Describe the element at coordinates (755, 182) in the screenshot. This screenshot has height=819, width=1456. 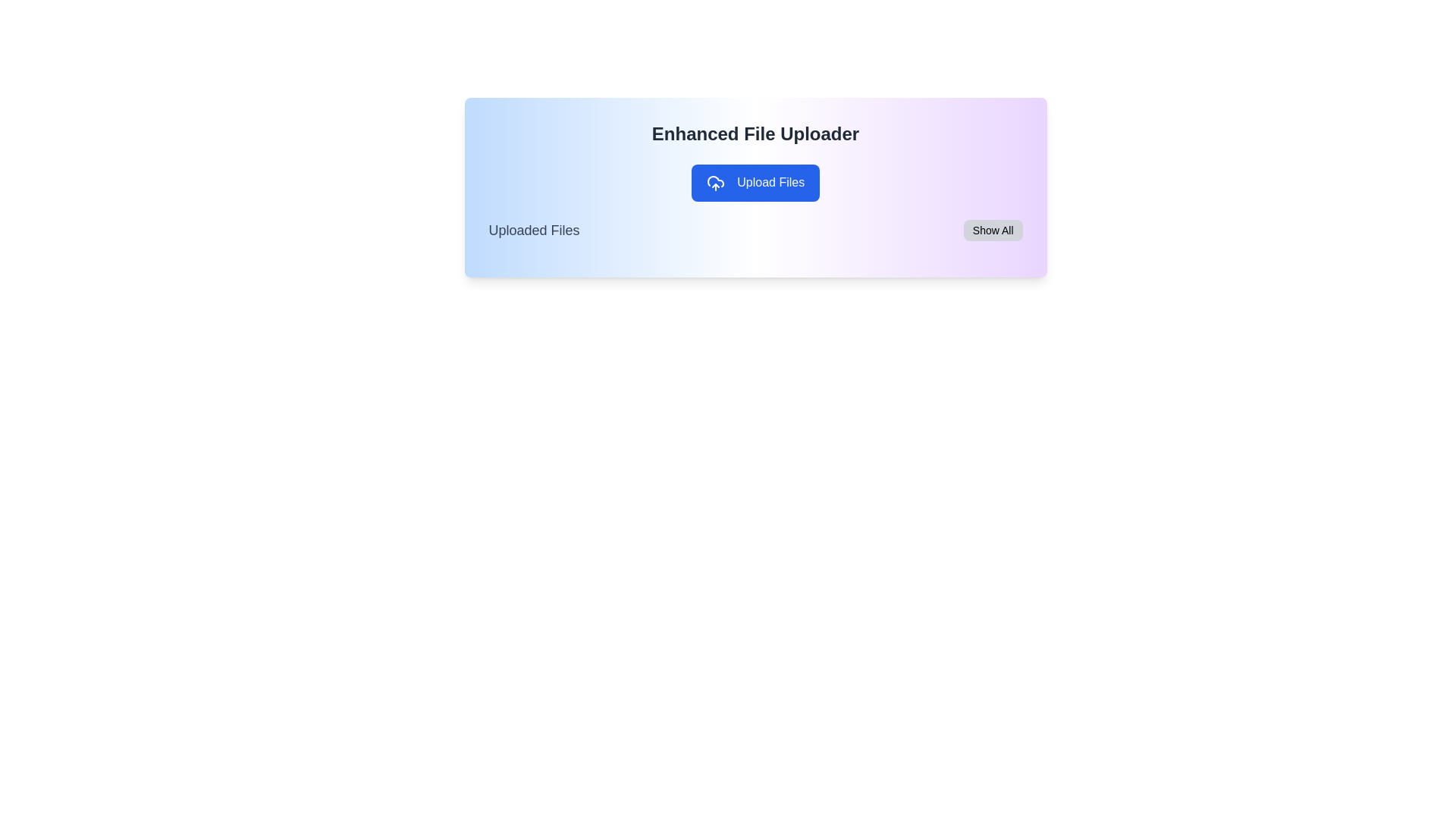
I see `the interactive file upload button located below the title 'Enhanced File Uploader'` at that location.